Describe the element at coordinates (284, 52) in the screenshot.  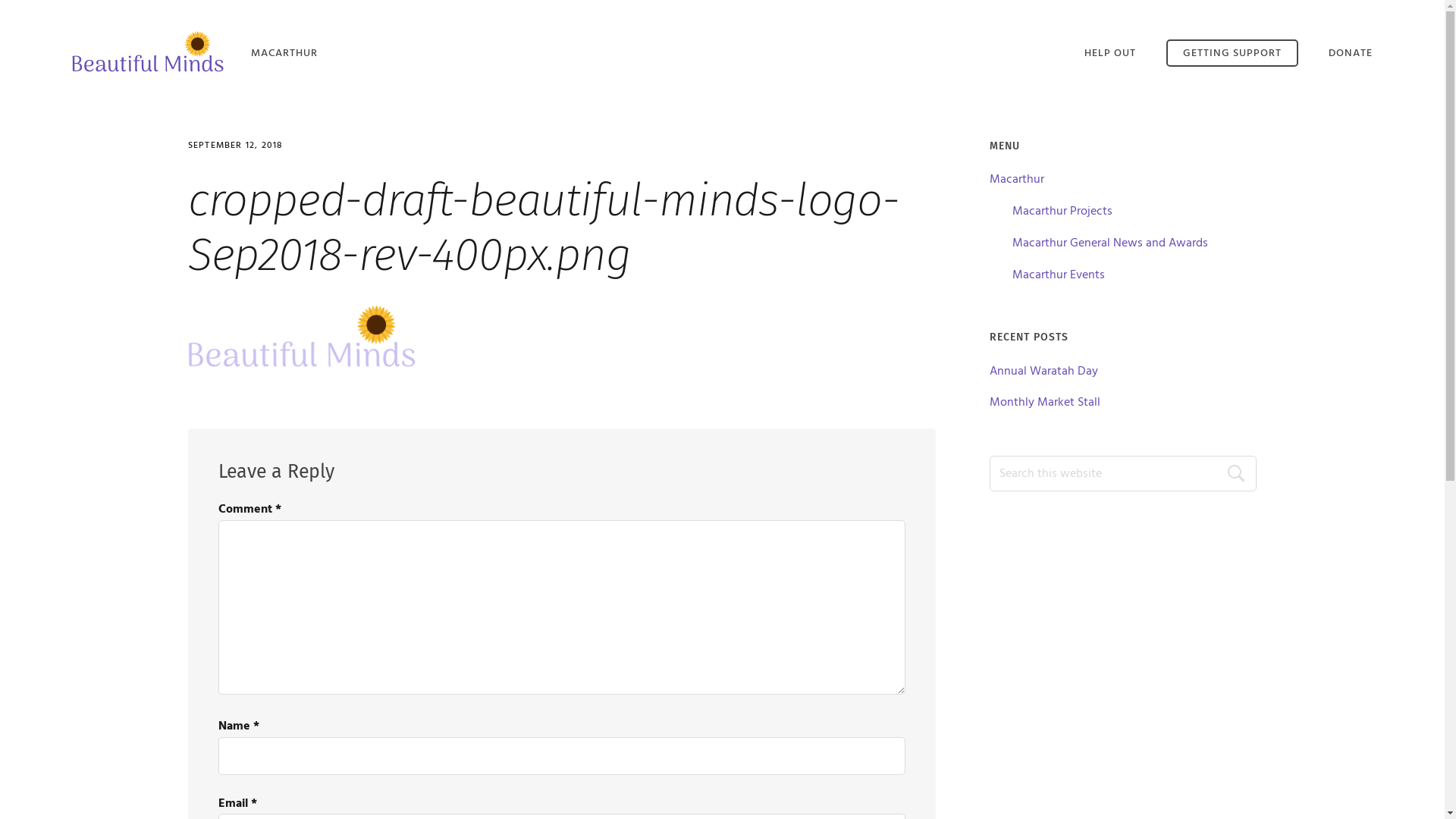
I see `'MACARTHUR'` at that location.